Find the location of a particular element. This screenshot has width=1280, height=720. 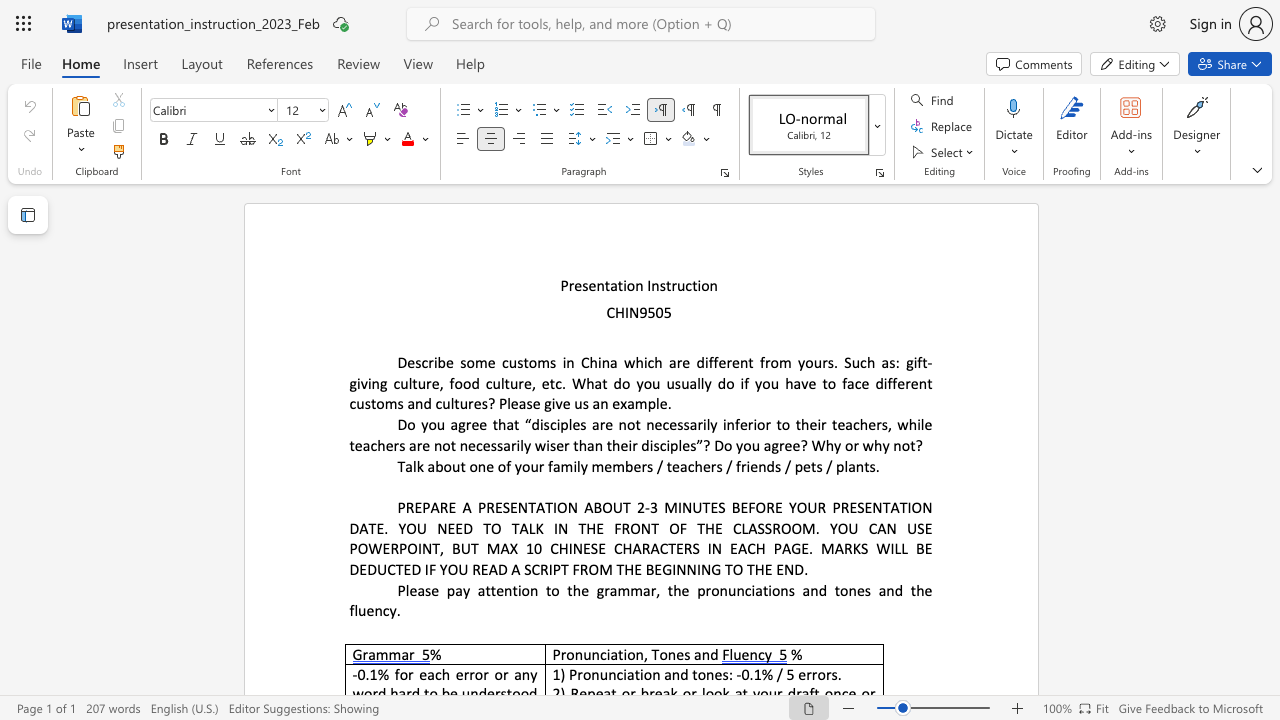

the subset text "se give us an examp" within the text "? Please give us an example." is located at coordinates (526, 403).